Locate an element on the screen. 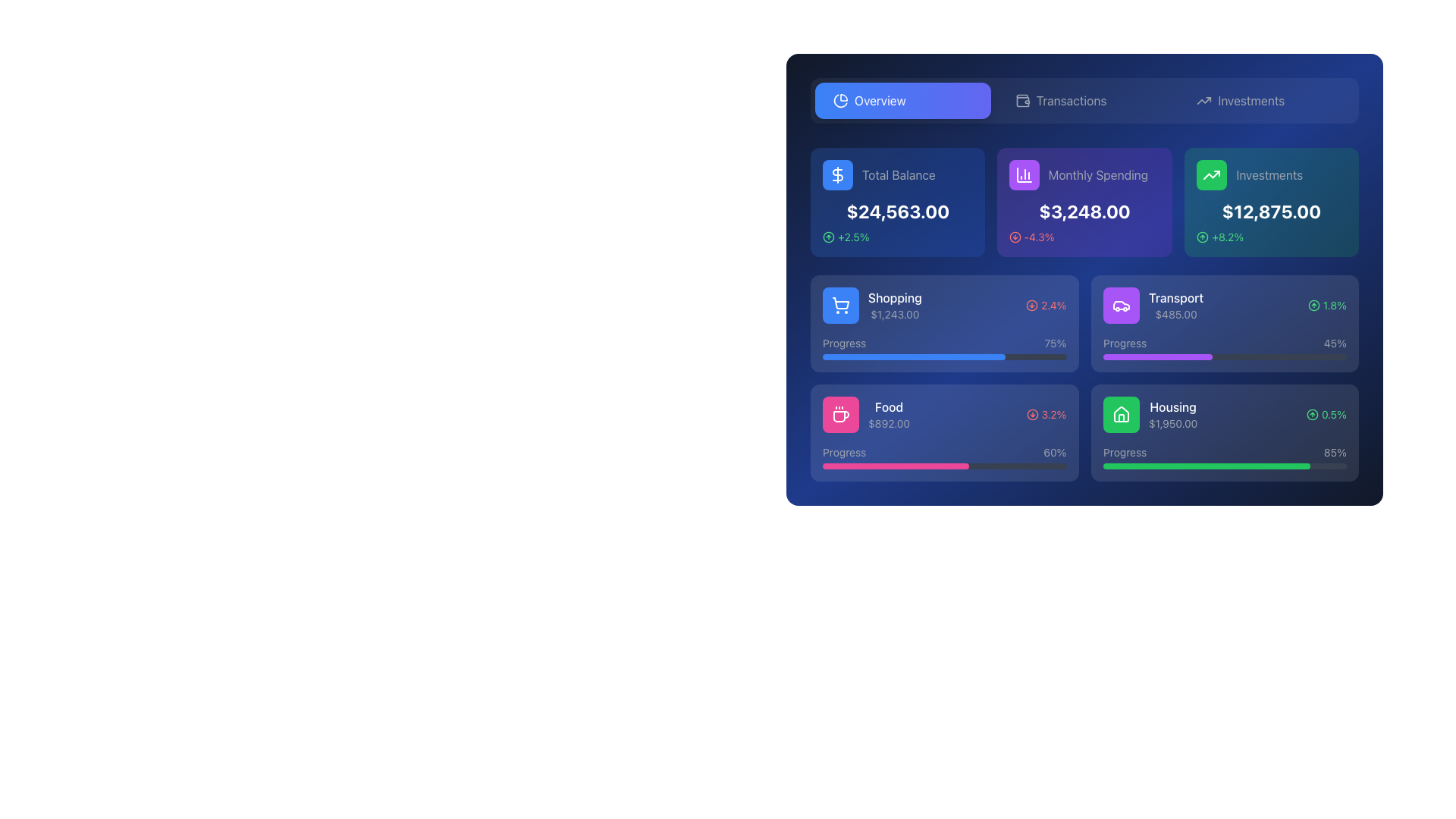 The width and height of the screenshot is (1456, 819). displayed text of the 'Food' expenditure category, which shows the cost of '$892.00', located in the lower-left section of the segmented card layout is located at coordinates (889, 415).